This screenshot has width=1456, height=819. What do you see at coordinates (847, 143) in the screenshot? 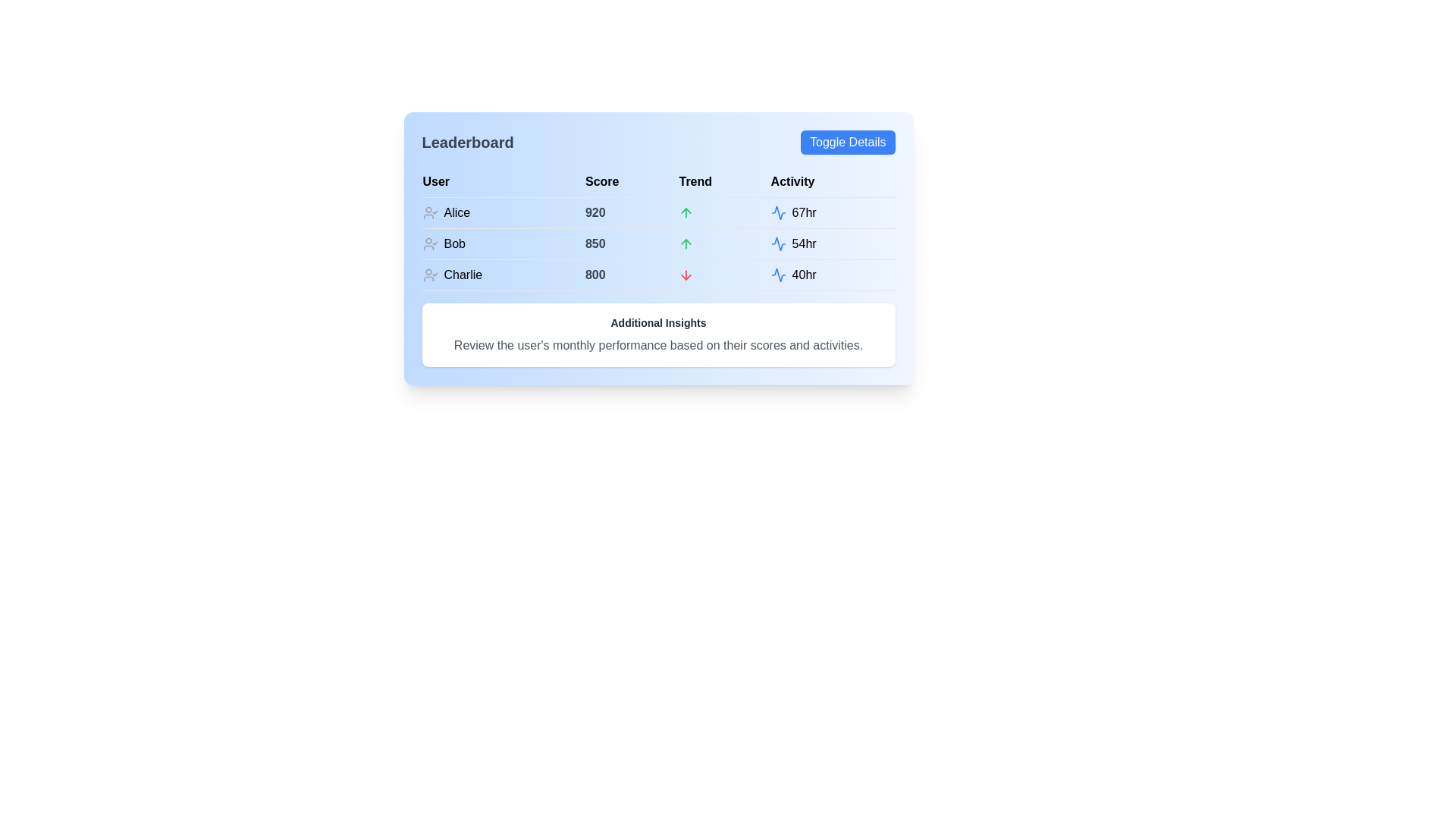
I see `the toggle button located at the top right corner of the leaderboard interface` at bounding box center [847, 143].